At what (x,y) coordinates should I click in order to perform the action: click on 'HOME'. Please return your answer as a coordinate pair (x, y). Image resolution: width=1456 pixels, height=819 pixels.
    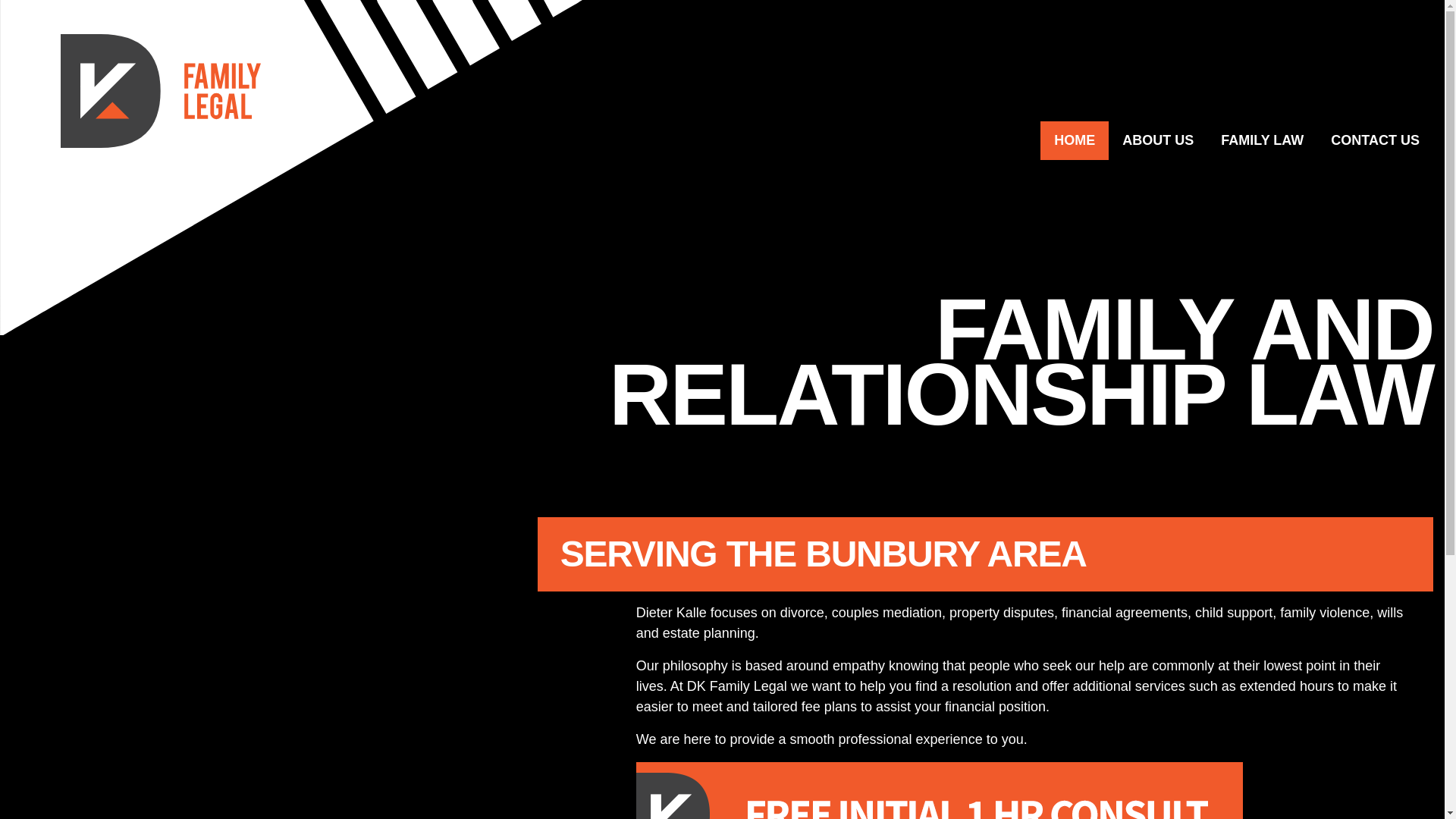
    Looking at the image, I should click on (1040, 140).